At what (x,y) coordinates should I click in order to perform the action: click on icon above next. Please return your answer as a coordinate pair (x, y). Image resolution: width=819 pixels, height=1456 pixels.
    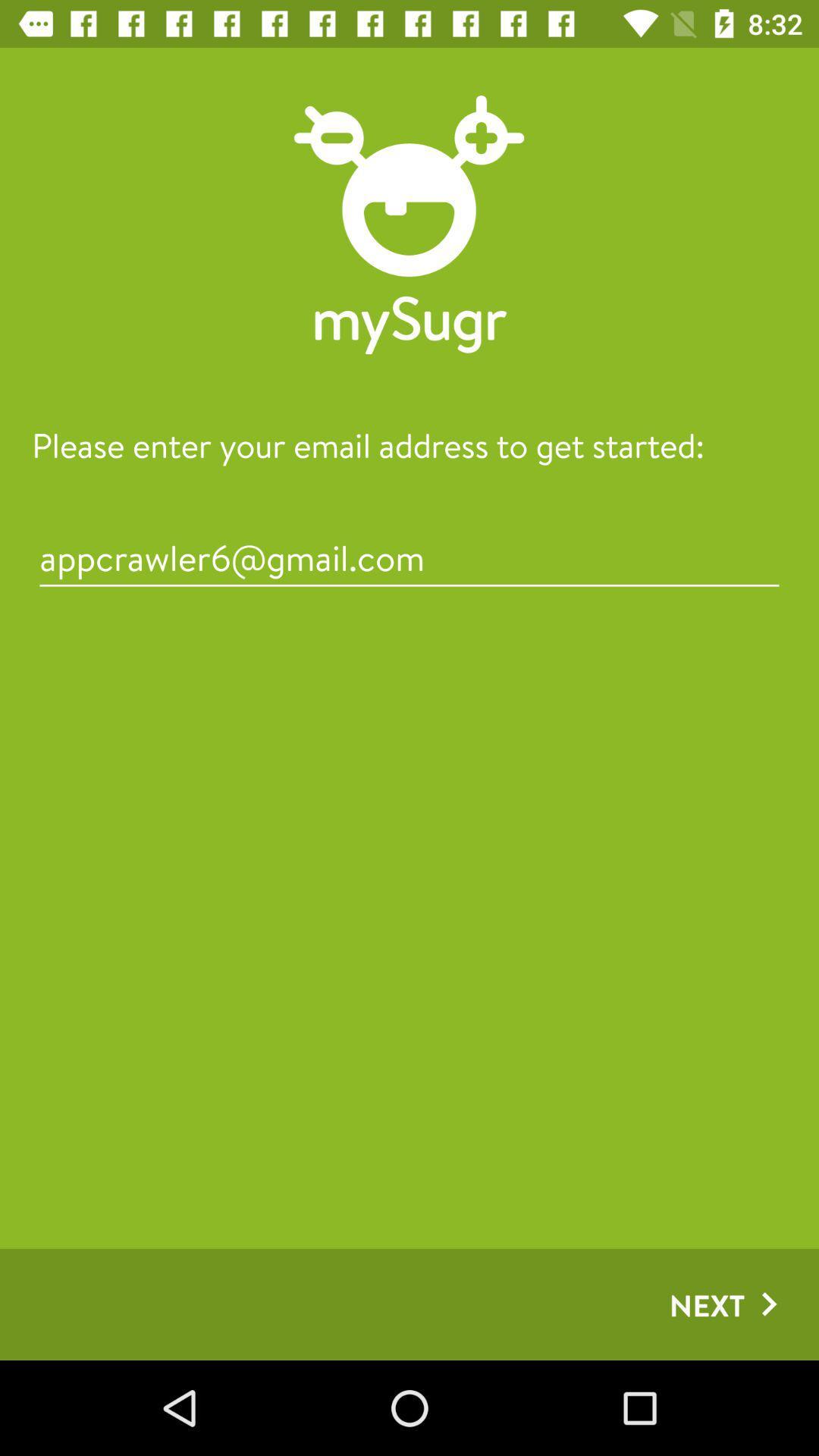
    Looking at the image, I should click on (409, 557).